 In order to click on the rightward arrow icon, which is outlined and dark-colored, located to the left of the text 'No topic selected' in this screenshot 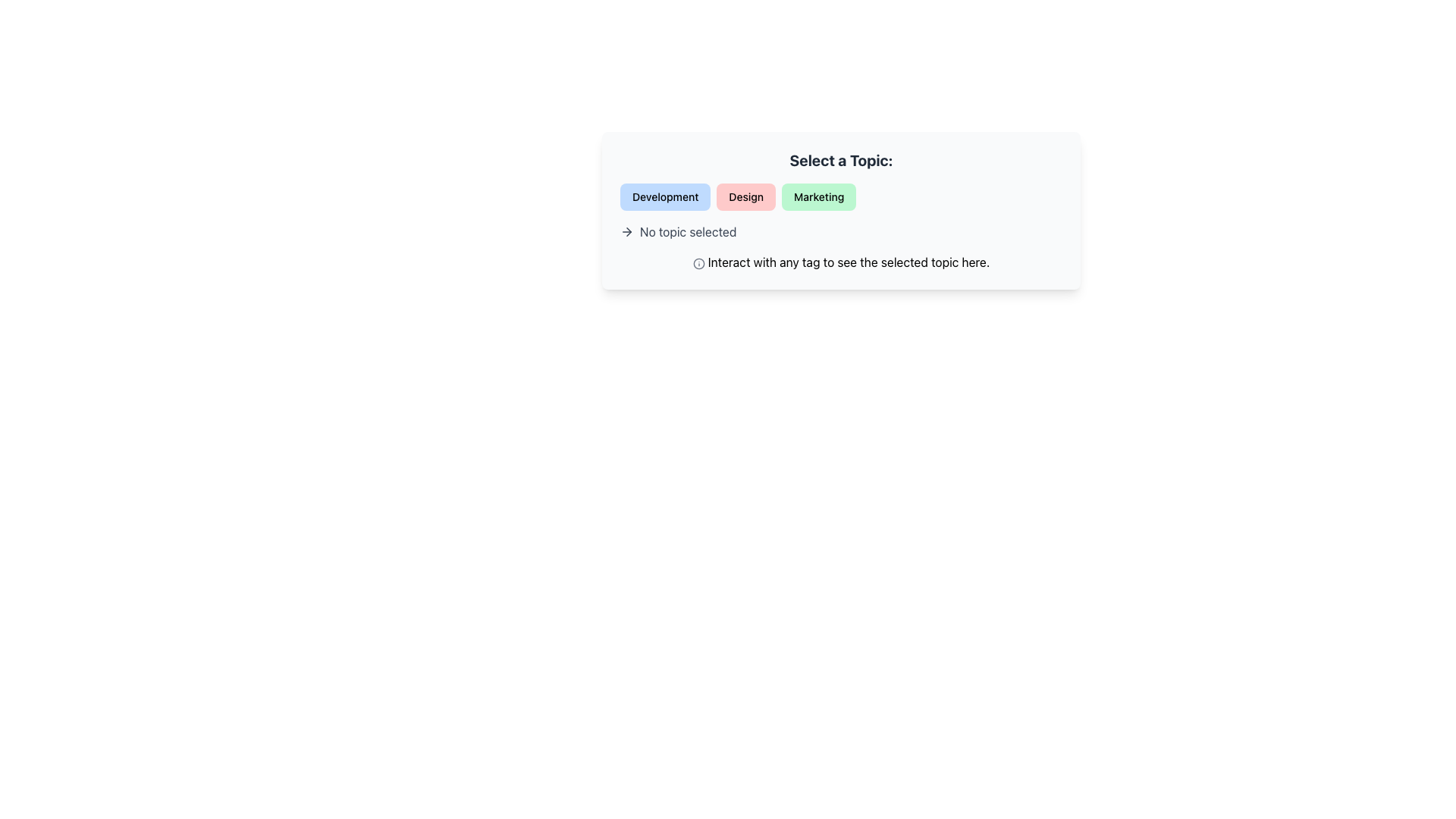, I will do `click(626, 231)`.